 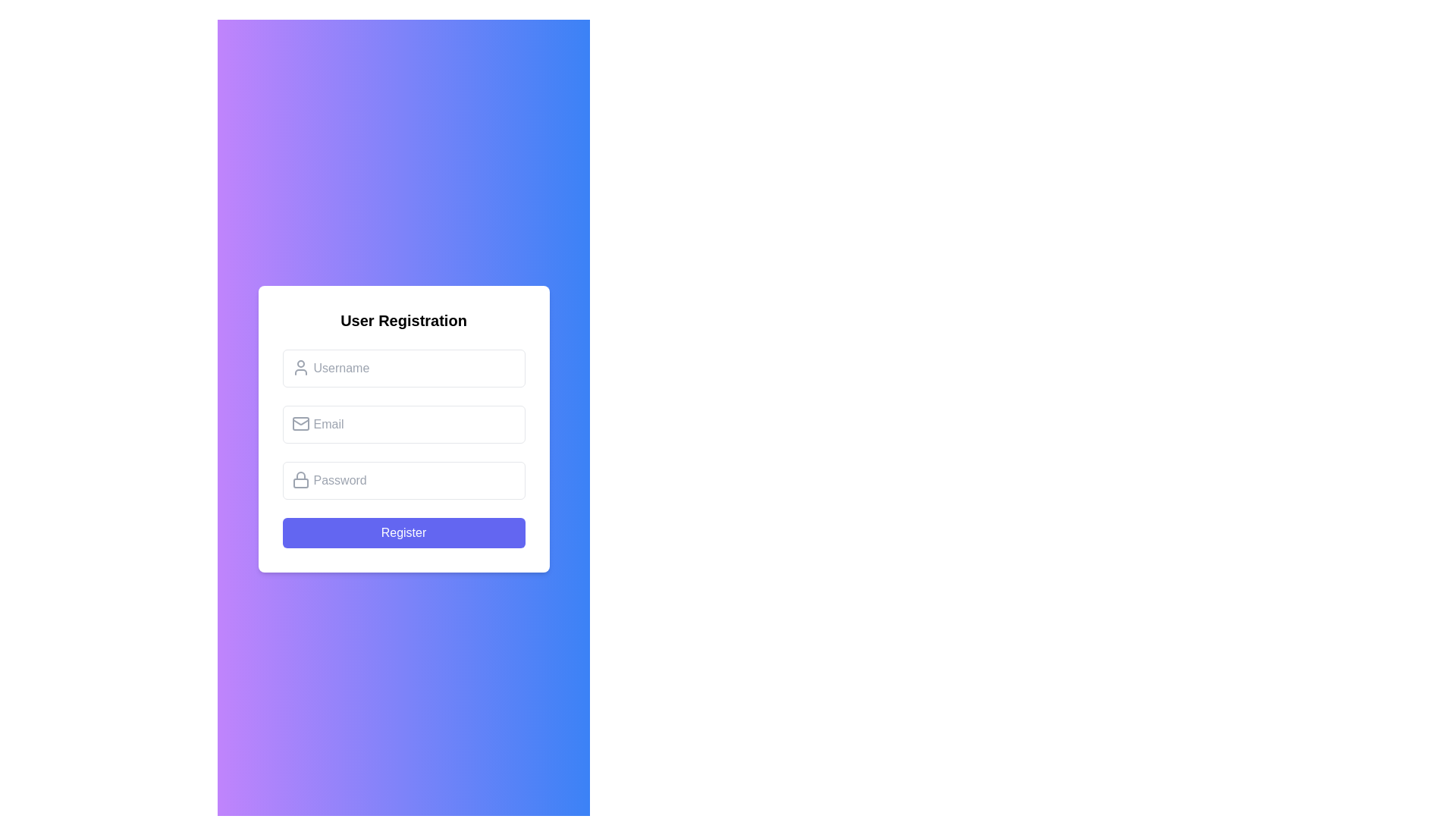 I want to click on the Decorative icon associated with the 'Username' input field, which serves as a visual cue for user-related data entry, so click(x=300, y=368).